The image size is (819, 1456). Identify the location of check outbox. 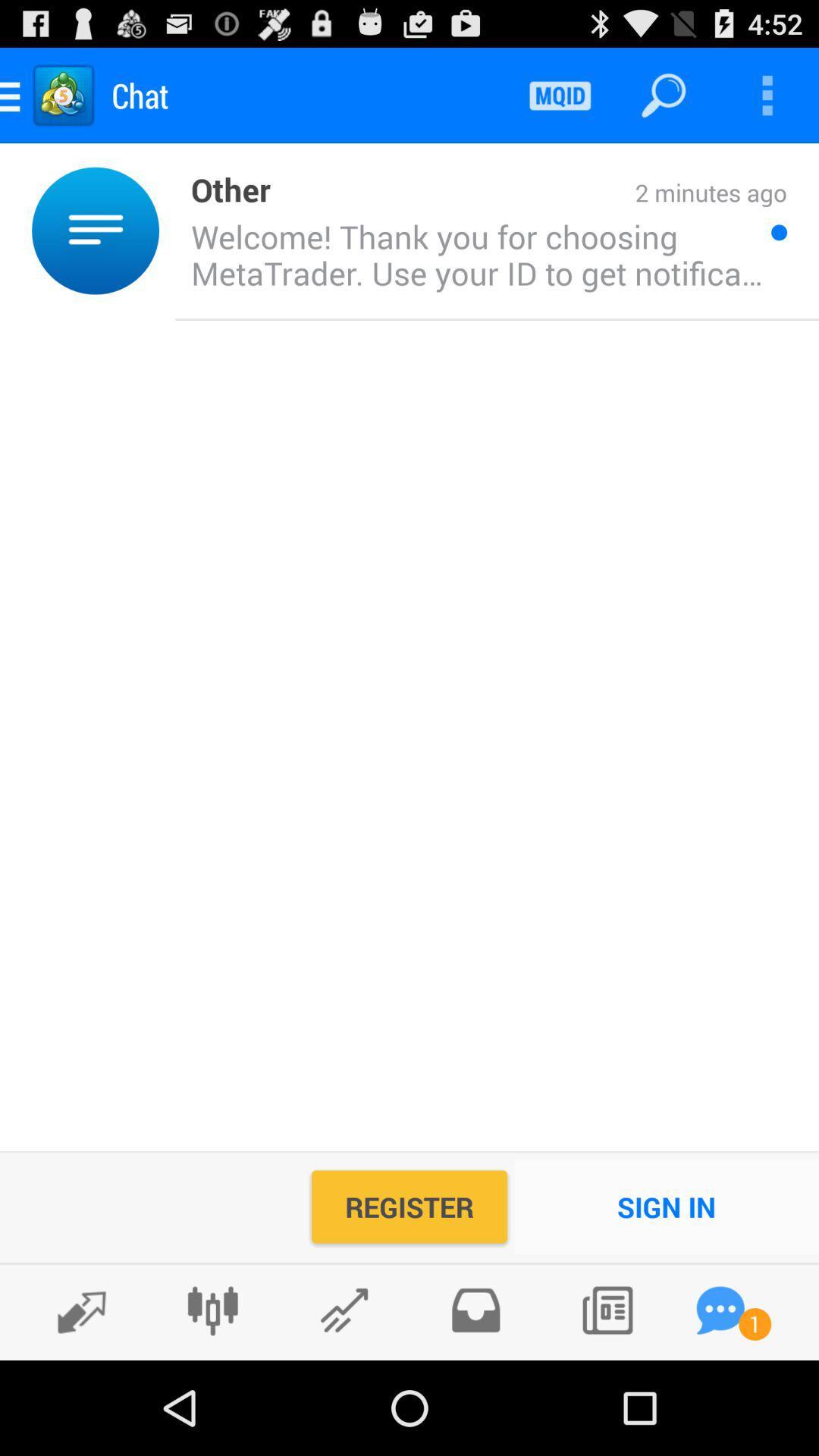
(475, 1310).